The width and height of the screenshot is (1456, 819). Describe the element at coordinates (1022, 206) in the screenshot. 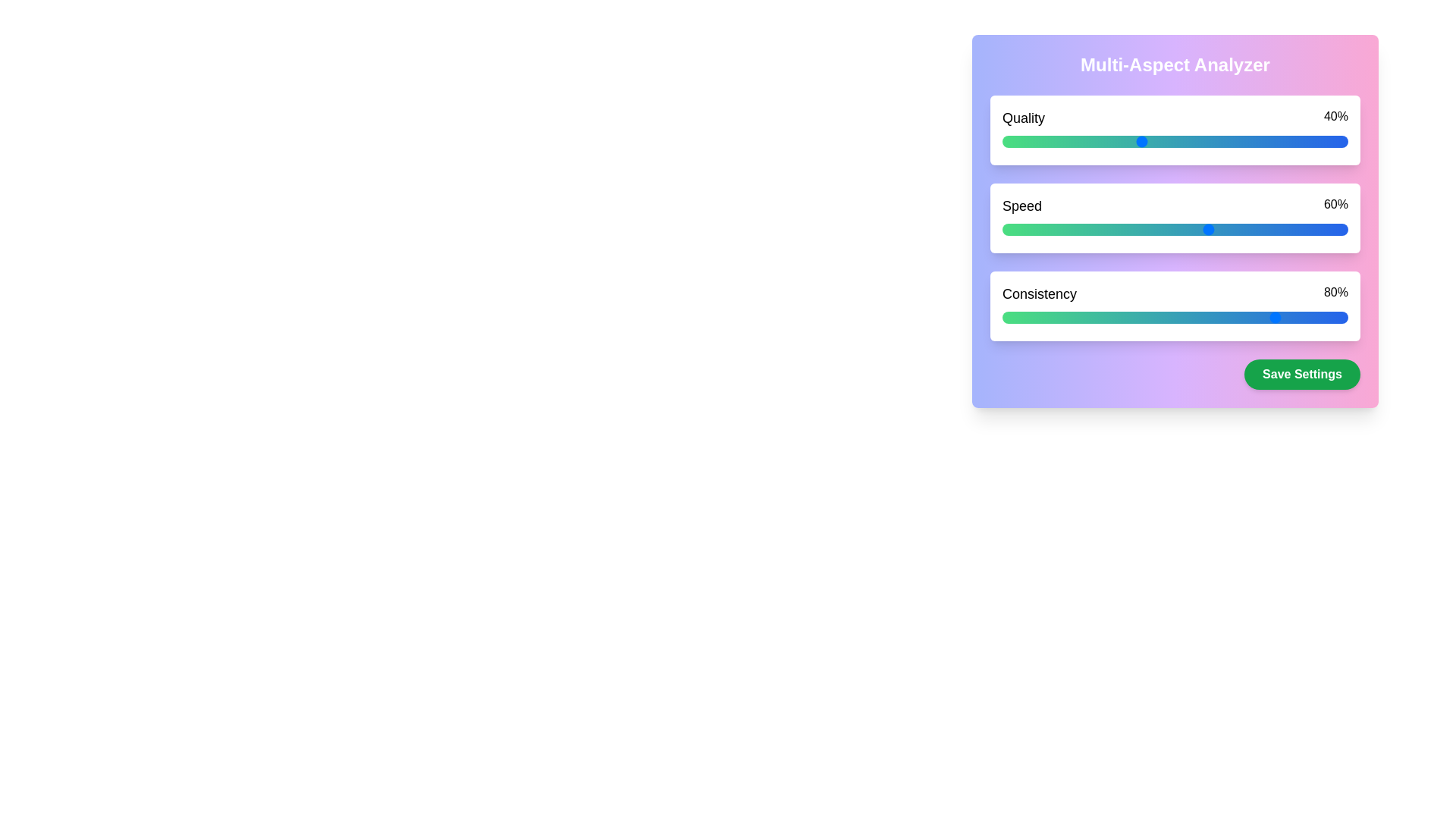

I see `the 'Speed' text label element, which is bold and medium-sized, located in the 'Multi-Aspect Analyzer' interface under 'Quality' and above 'Consistency'` at that location.